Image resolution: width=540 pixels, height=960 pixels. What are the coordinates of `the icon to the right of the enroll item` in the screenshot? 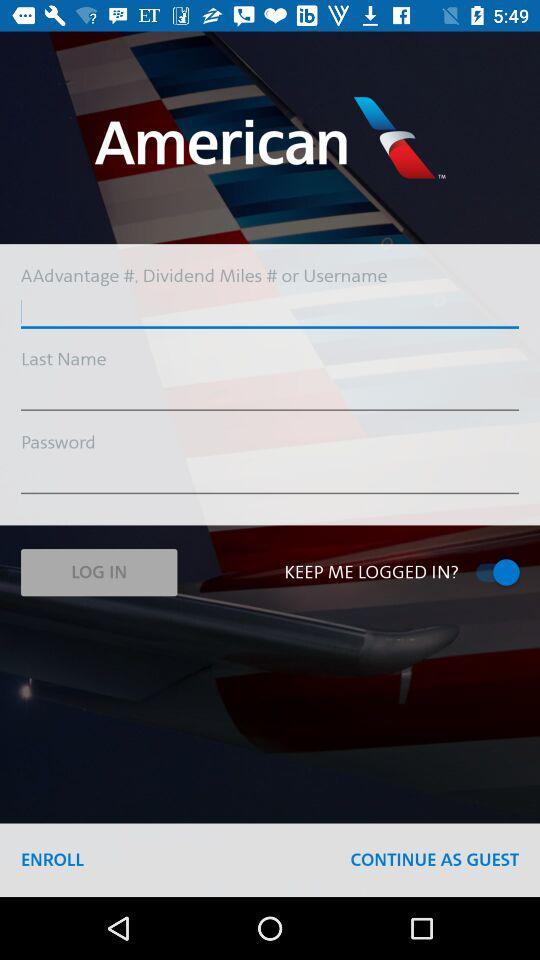 It's located at (433, 859).